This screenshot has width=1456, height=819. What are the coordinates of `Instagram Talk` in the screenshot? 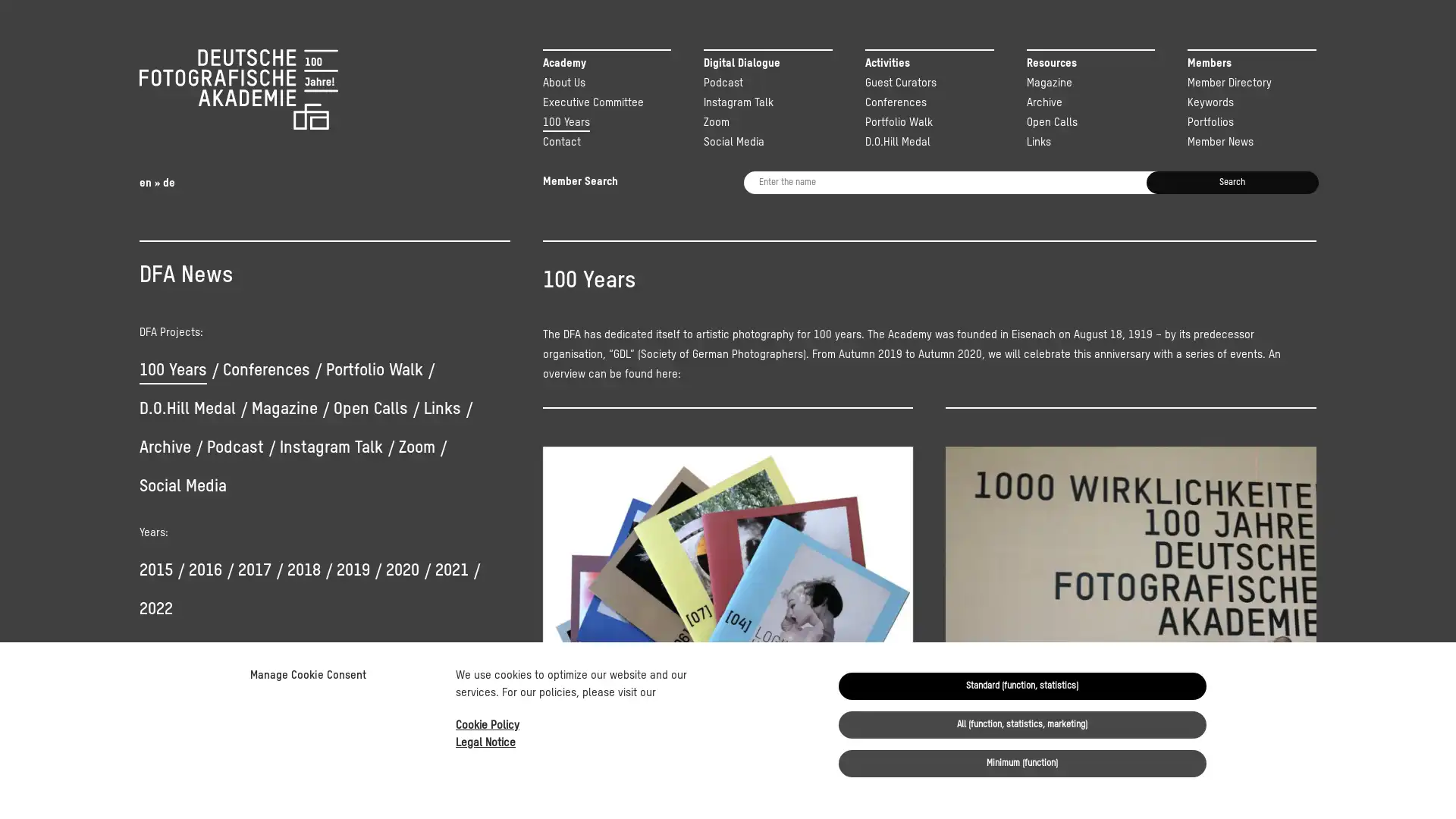 It's located at (330, 447).